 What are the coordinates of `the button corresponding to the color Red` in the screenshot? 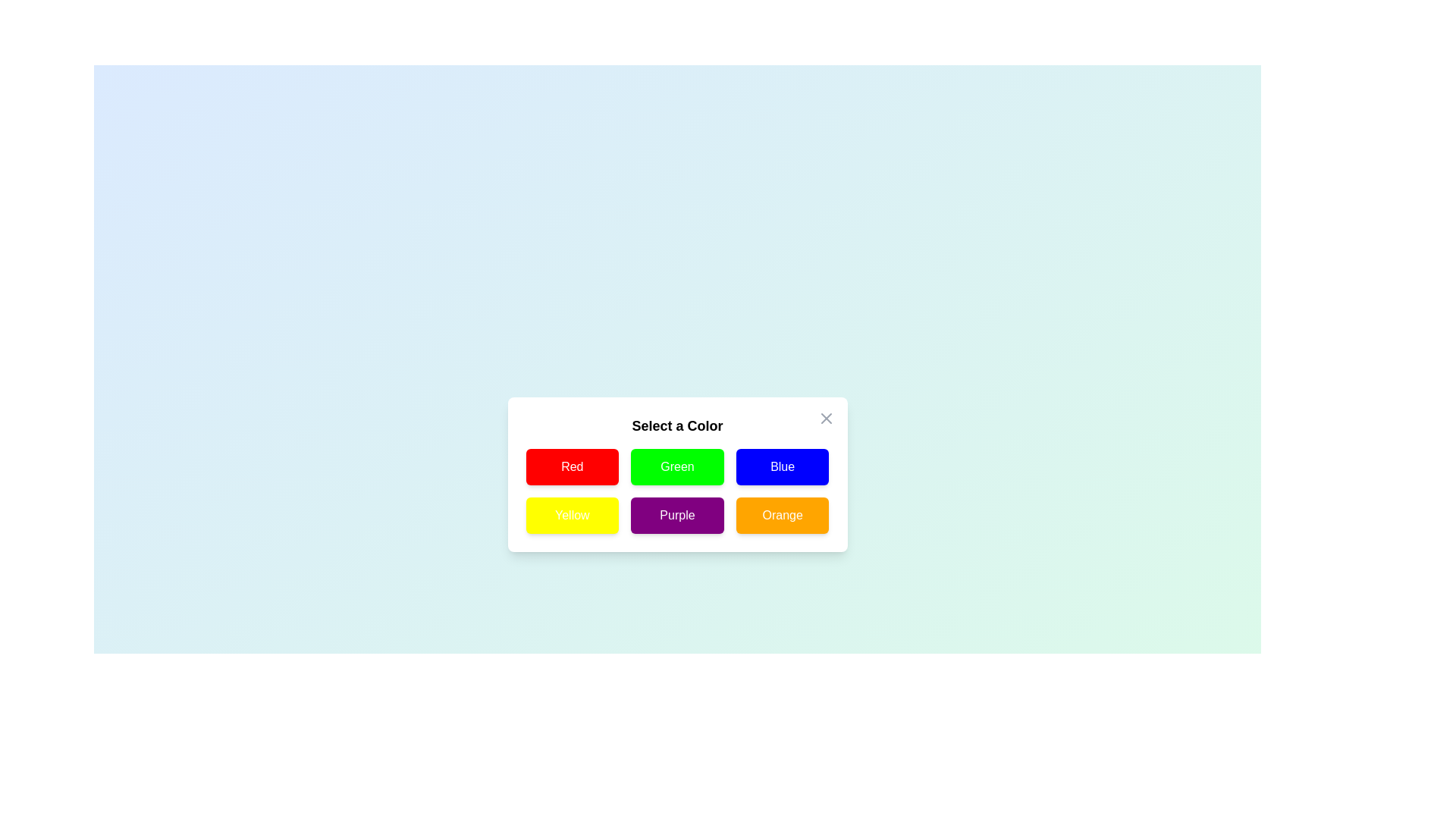 It's located at (571, 466).